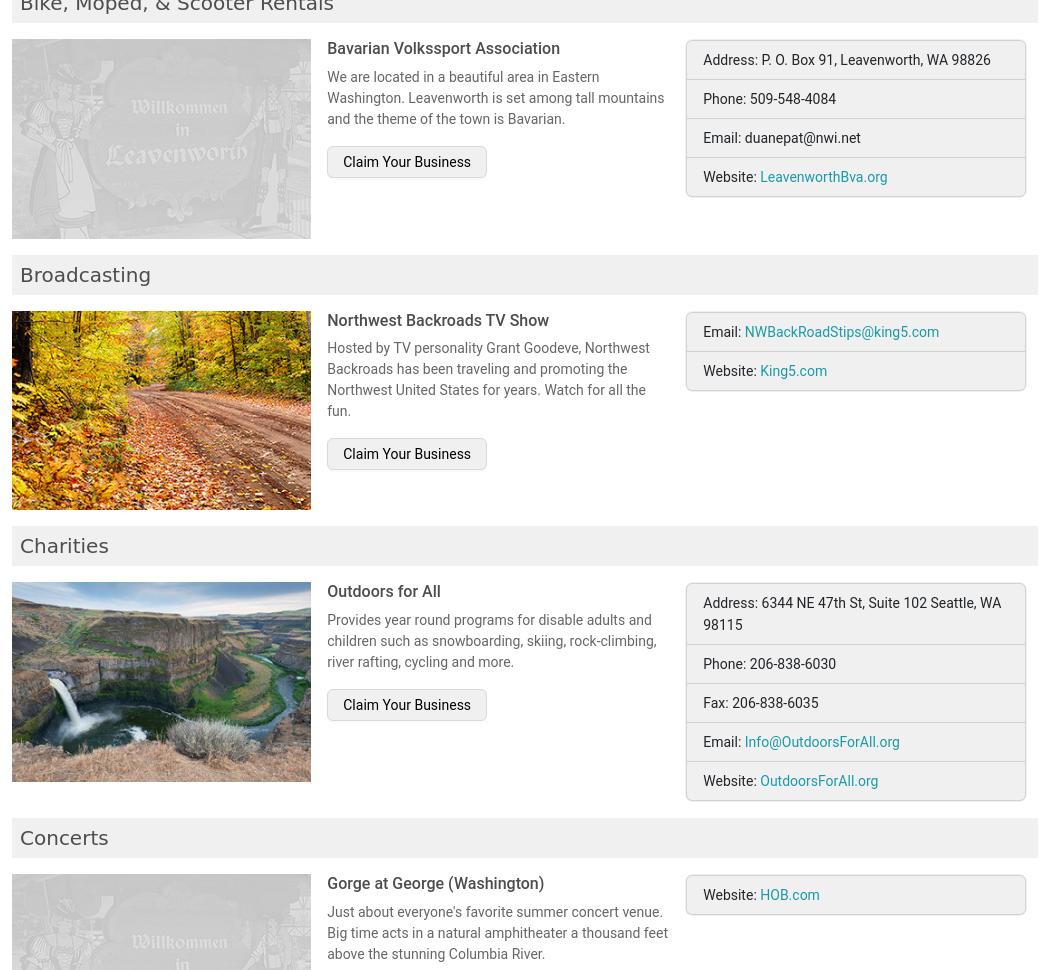  I want to click on 'Business Hours: Everyday 9AM-7PM PST USA', so click(506, 211).